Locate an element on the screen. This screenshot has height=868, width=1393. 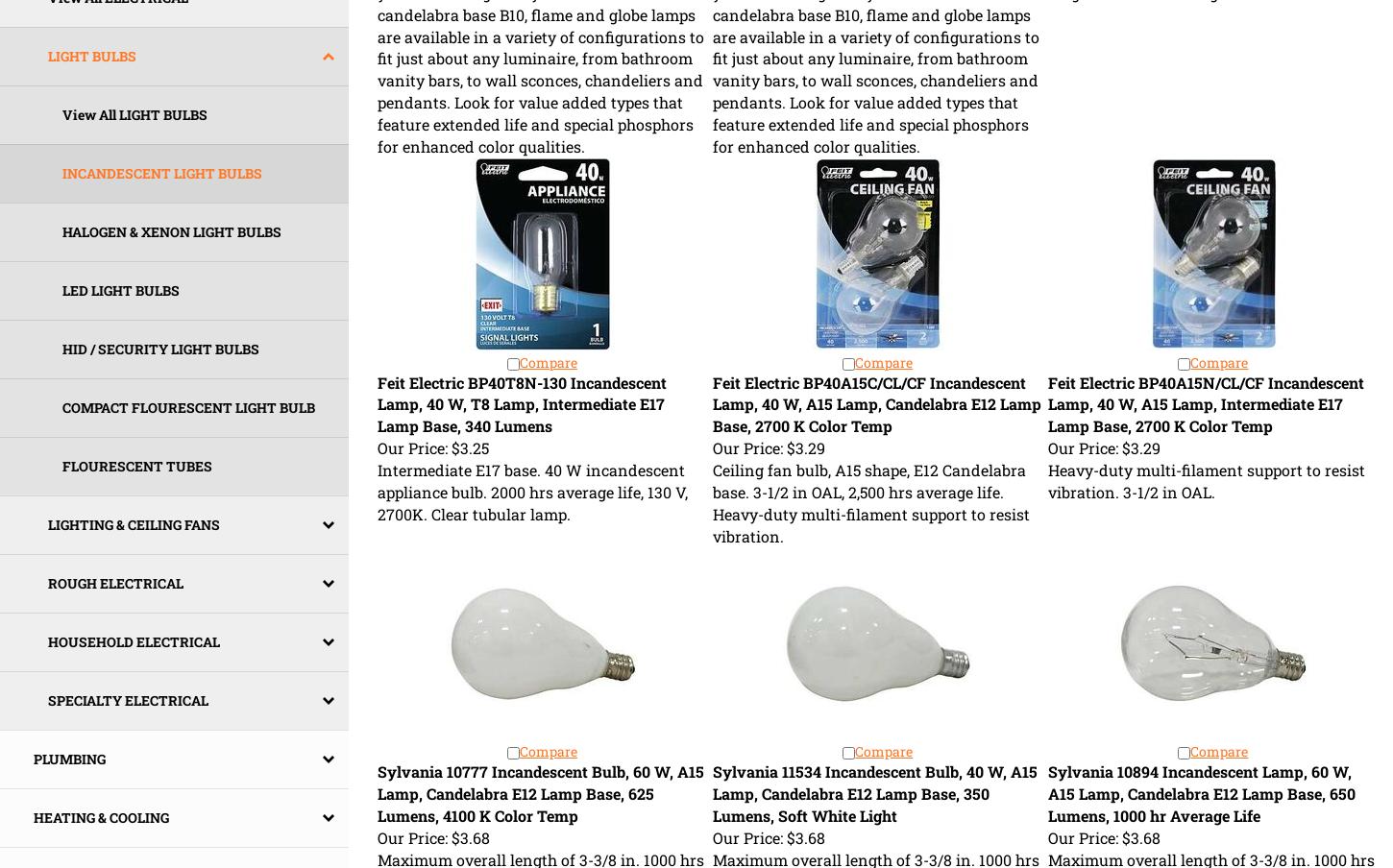
'Feit Electric BP40A15N/CL/CF Incandescent Lamp, 40 W, A15 Lamp, Intermediate E17 Lamp Base, 2700 K Color Temp' is located at coordinates (1205, 403).